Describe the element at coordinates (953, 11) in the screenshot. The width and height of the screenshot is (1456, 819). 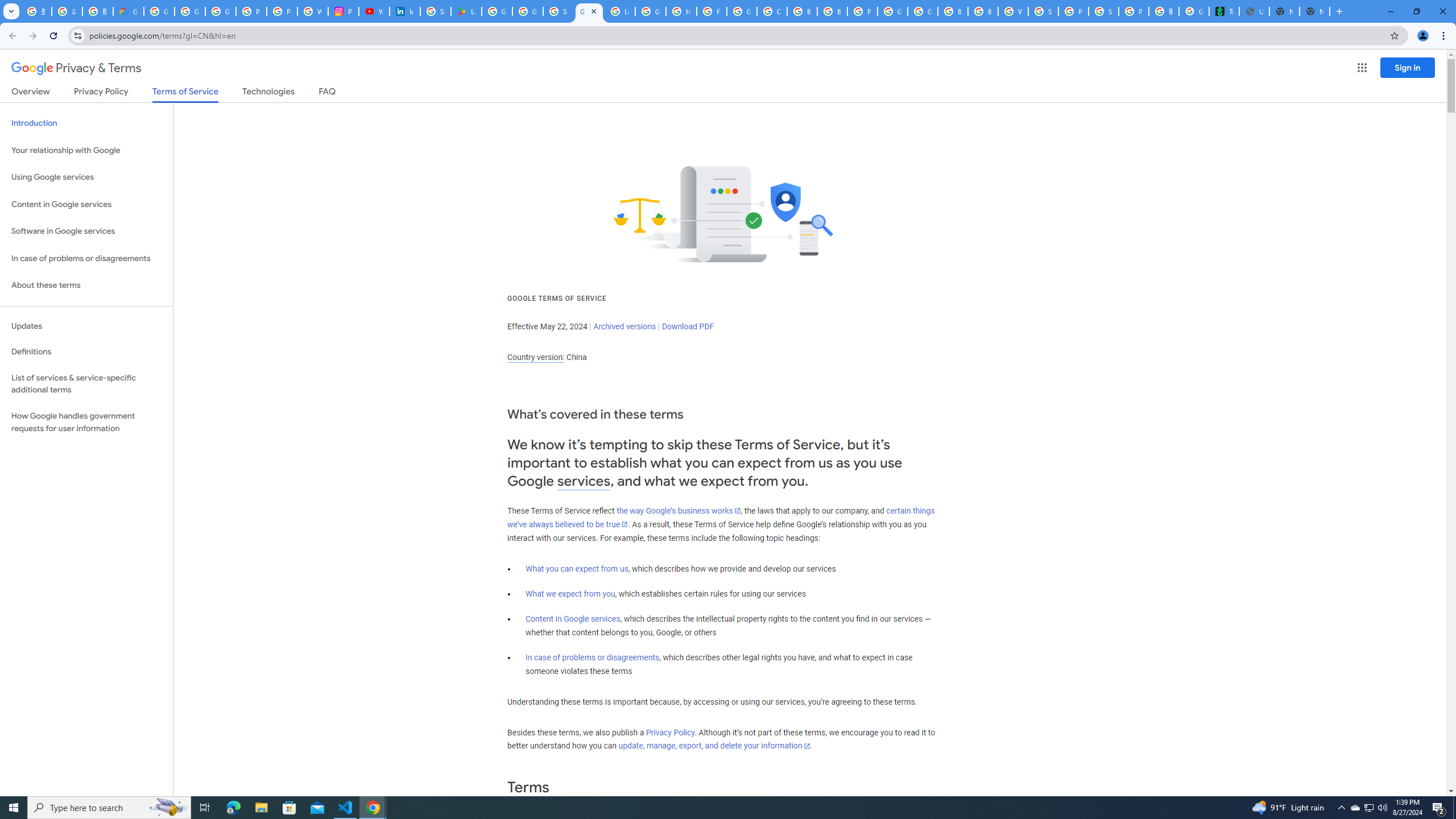
I see `'Browse Chrome as a guest - Computer - Google Chrome Help'` at that location.